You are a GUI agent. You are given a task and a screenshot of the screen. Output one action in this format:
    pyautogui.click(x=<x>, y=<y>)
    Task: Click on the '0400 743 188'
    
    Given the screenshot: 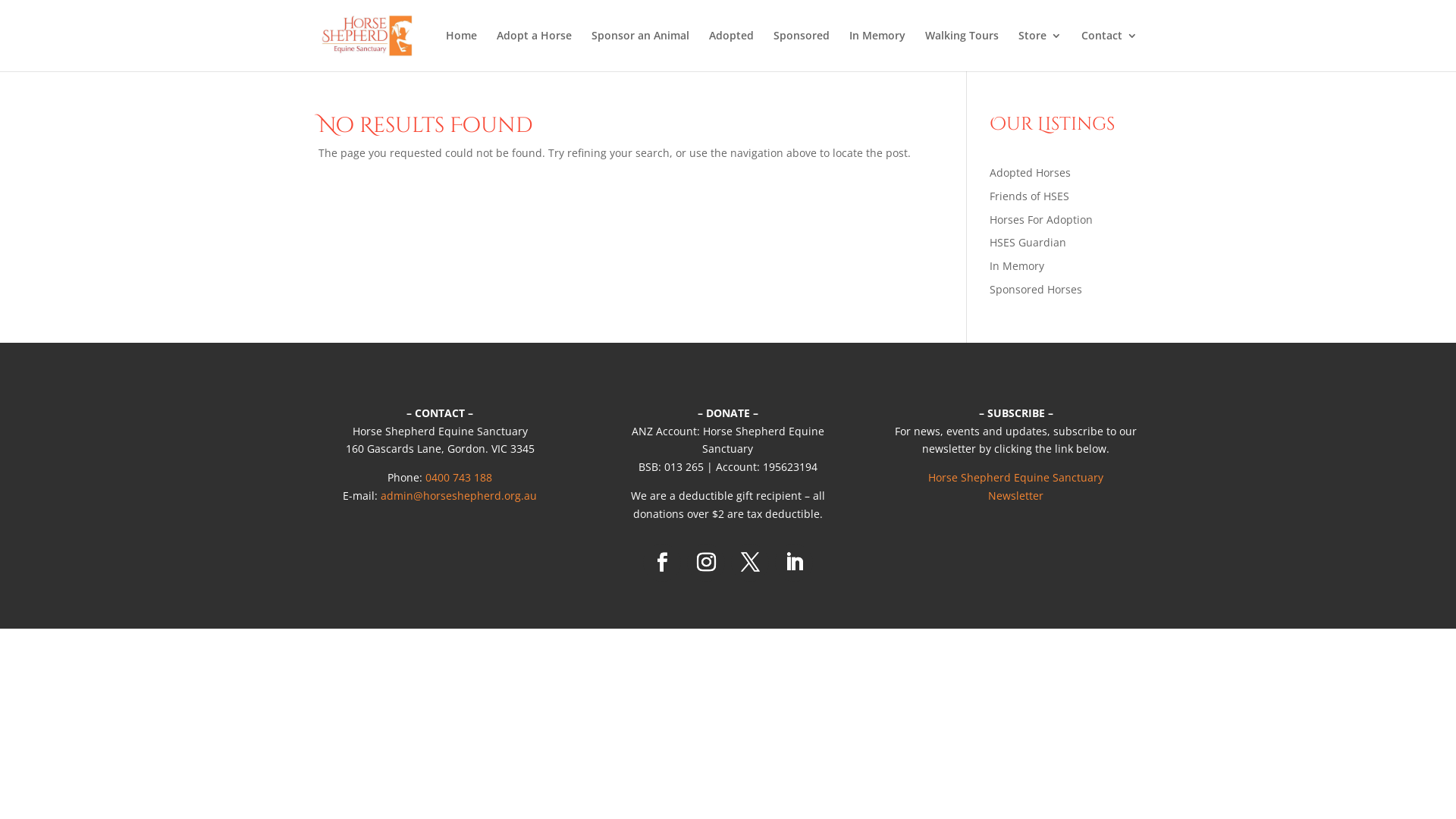 What is the action you would take?
    pyautogui.click(x=457, y=476)
    